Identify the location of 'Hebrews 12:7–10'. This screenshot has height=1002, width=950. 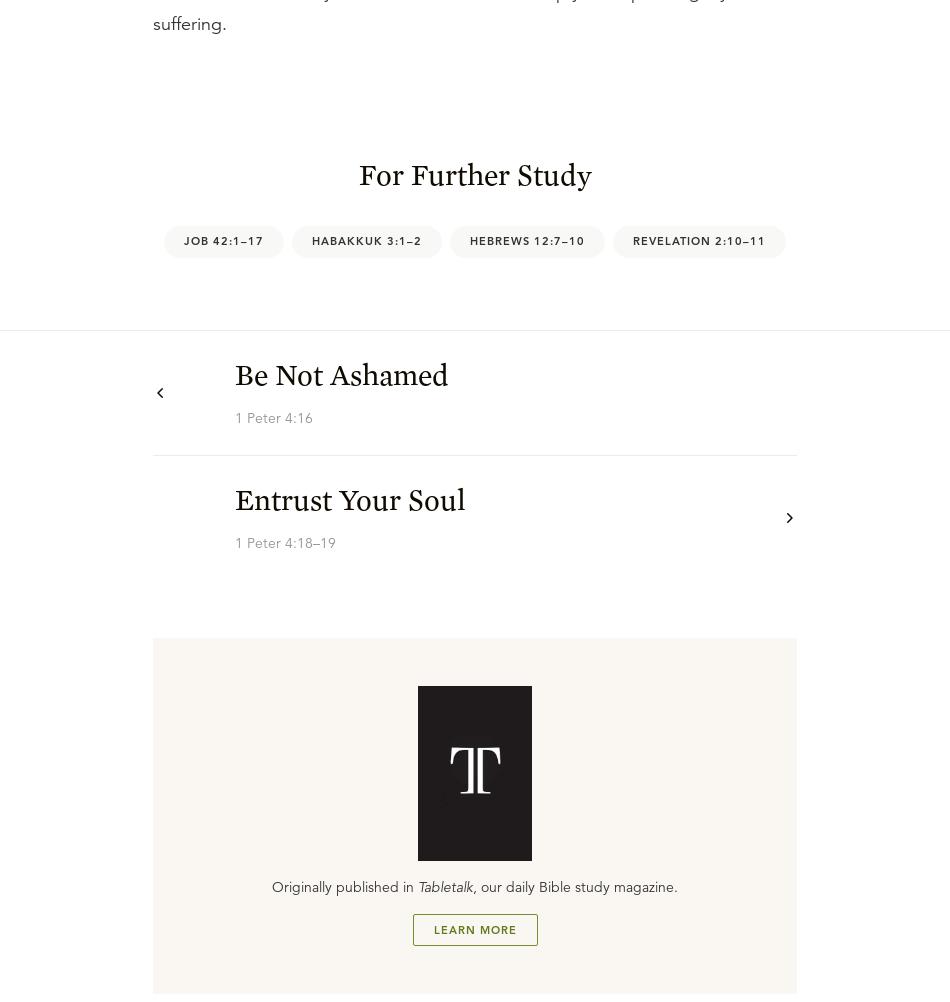
(527, 240).